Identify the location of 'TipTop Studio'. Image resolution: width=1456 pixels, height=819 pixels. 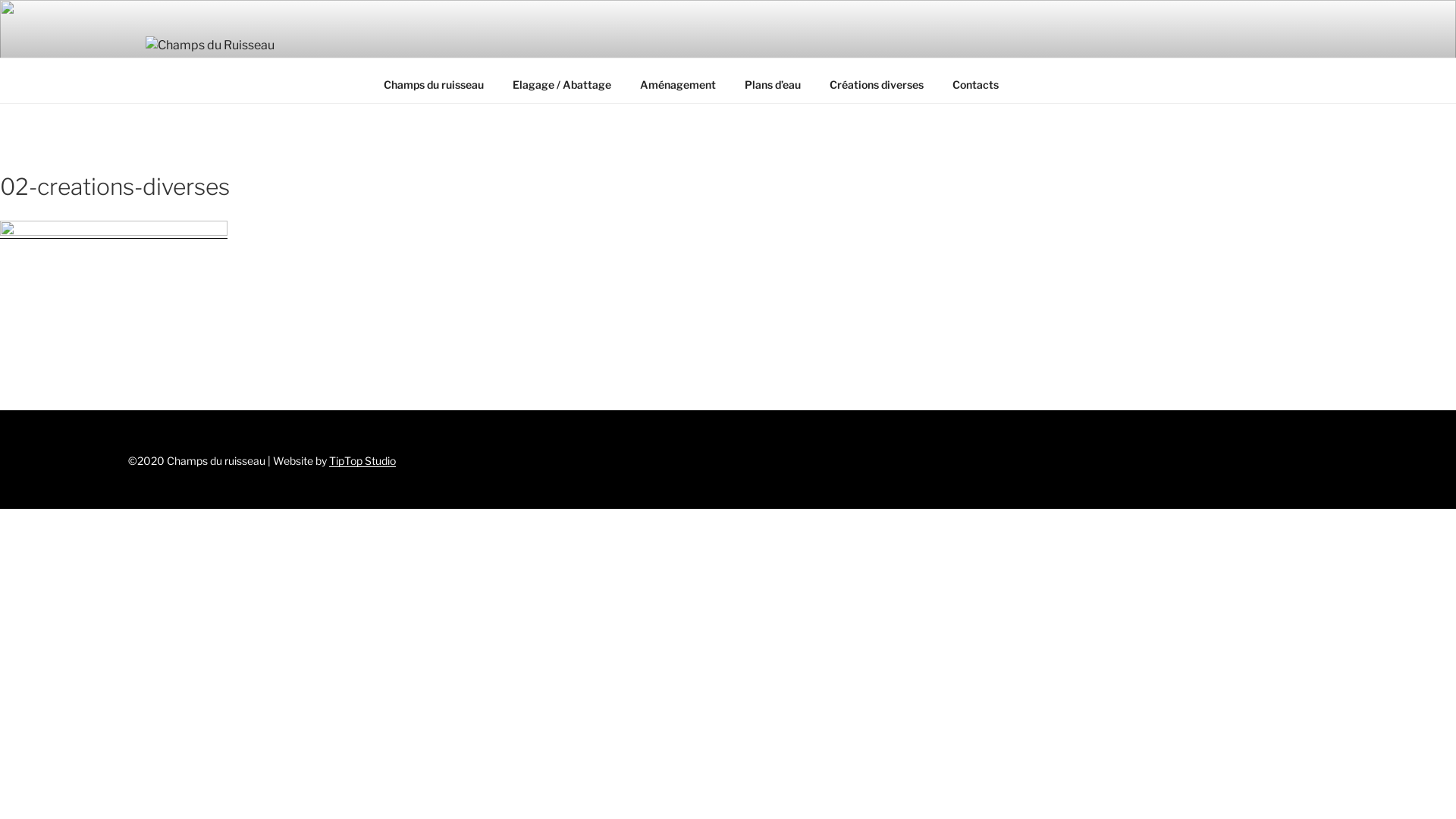
(362, 460).